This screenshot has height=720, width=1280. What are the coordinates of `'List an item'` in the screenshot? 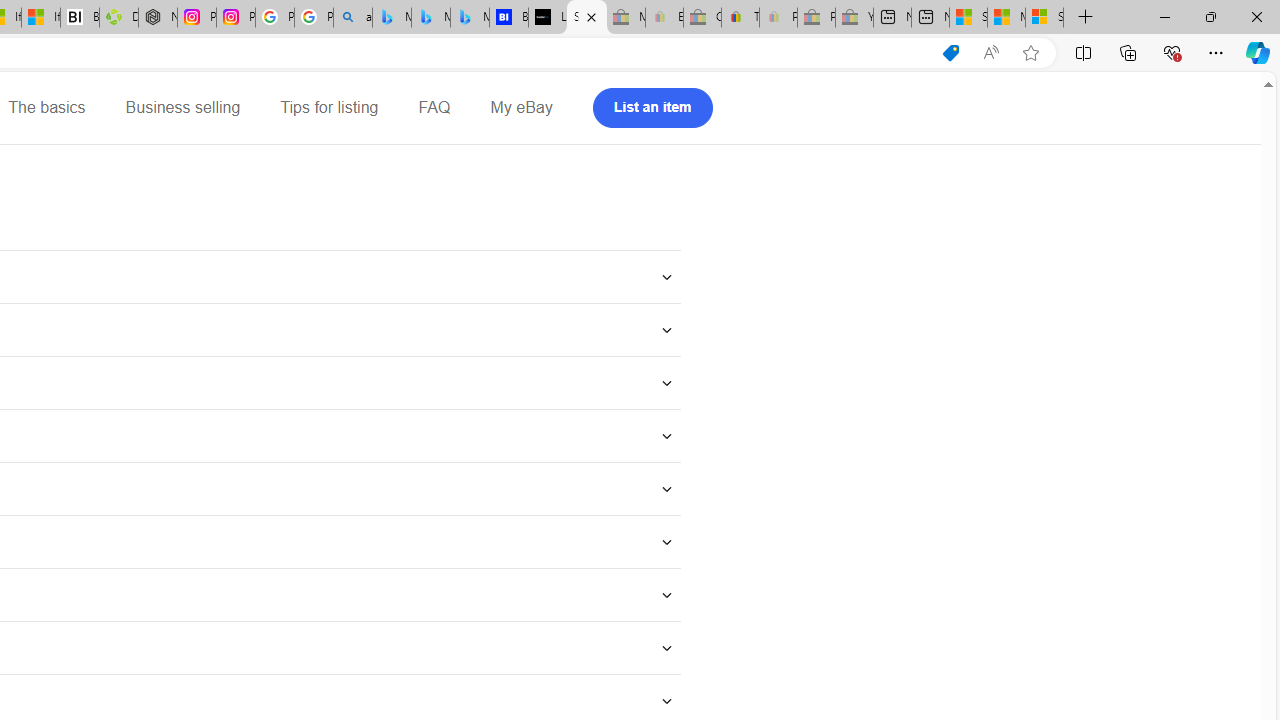 It's located at (652, 108).